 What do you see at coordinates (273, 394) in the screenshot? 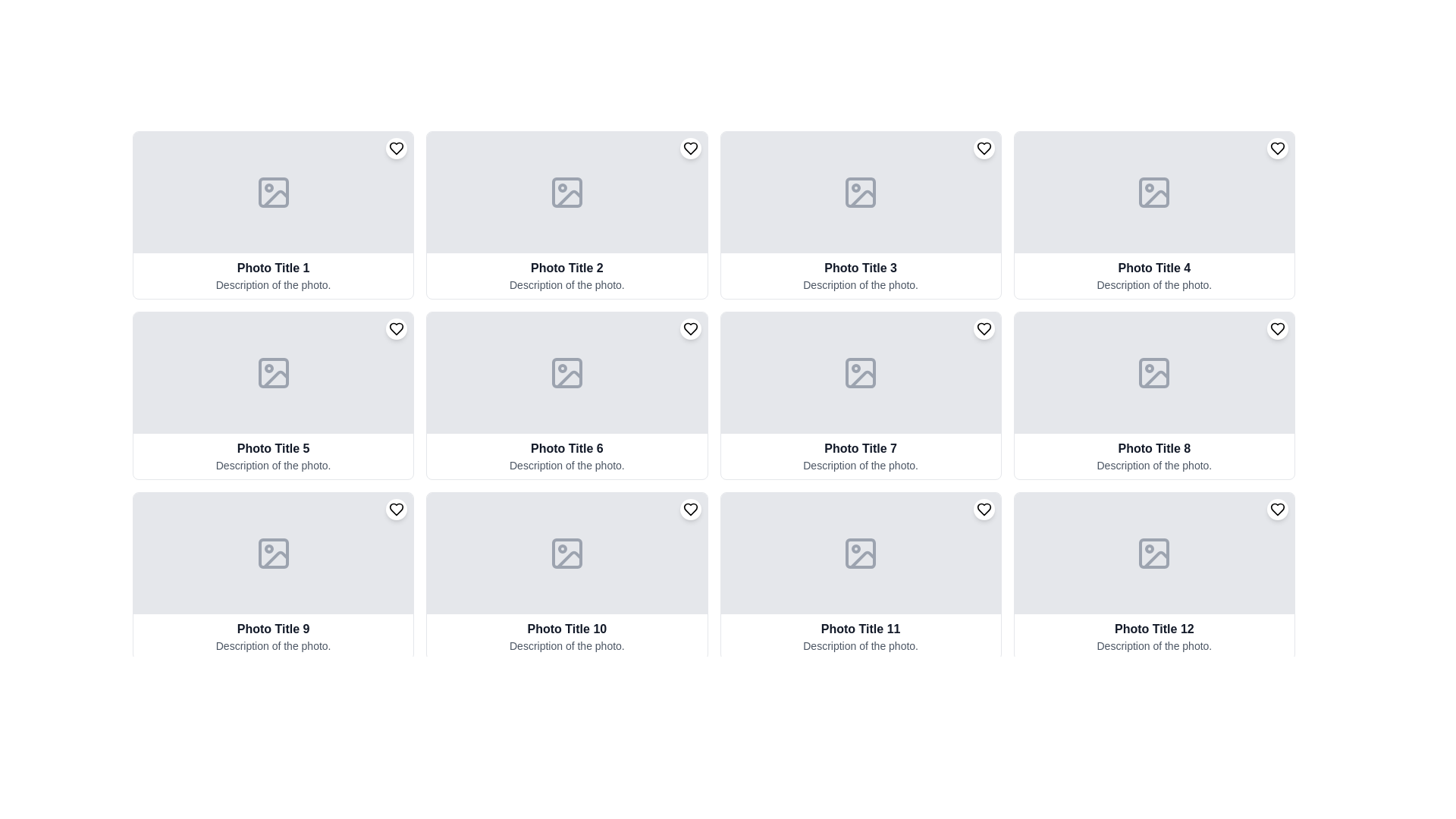
I see `the content of the Card component that serves as a visual representation for a photo or album, located in the second row and first column of the grid layout` at bounding box center [273, 394].